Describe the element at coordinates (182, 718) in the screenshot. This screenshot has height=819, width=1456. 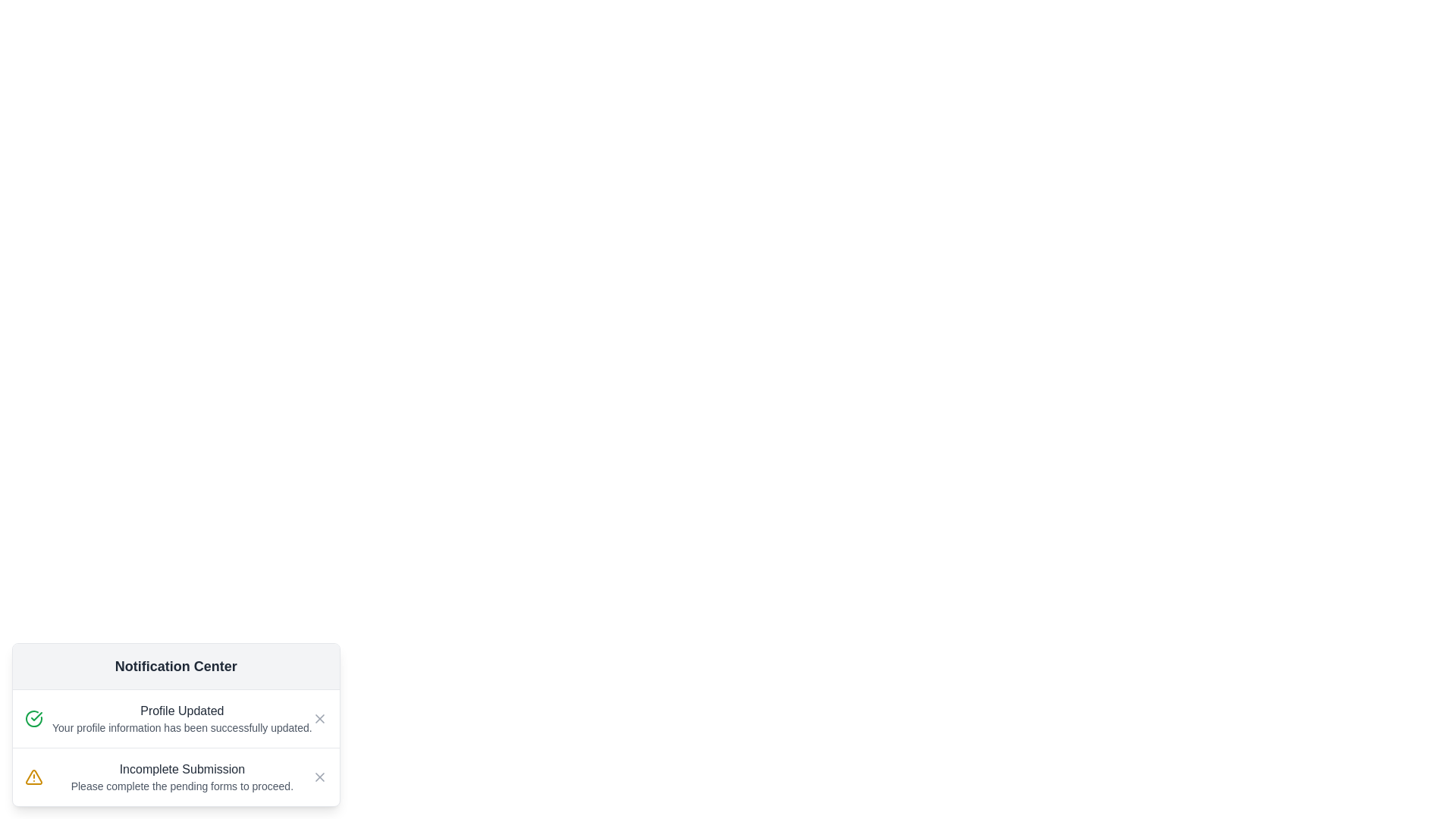
I see `the notification message that indicates successful profile update, located above the 'Incomplete Submission' notification` at that location.